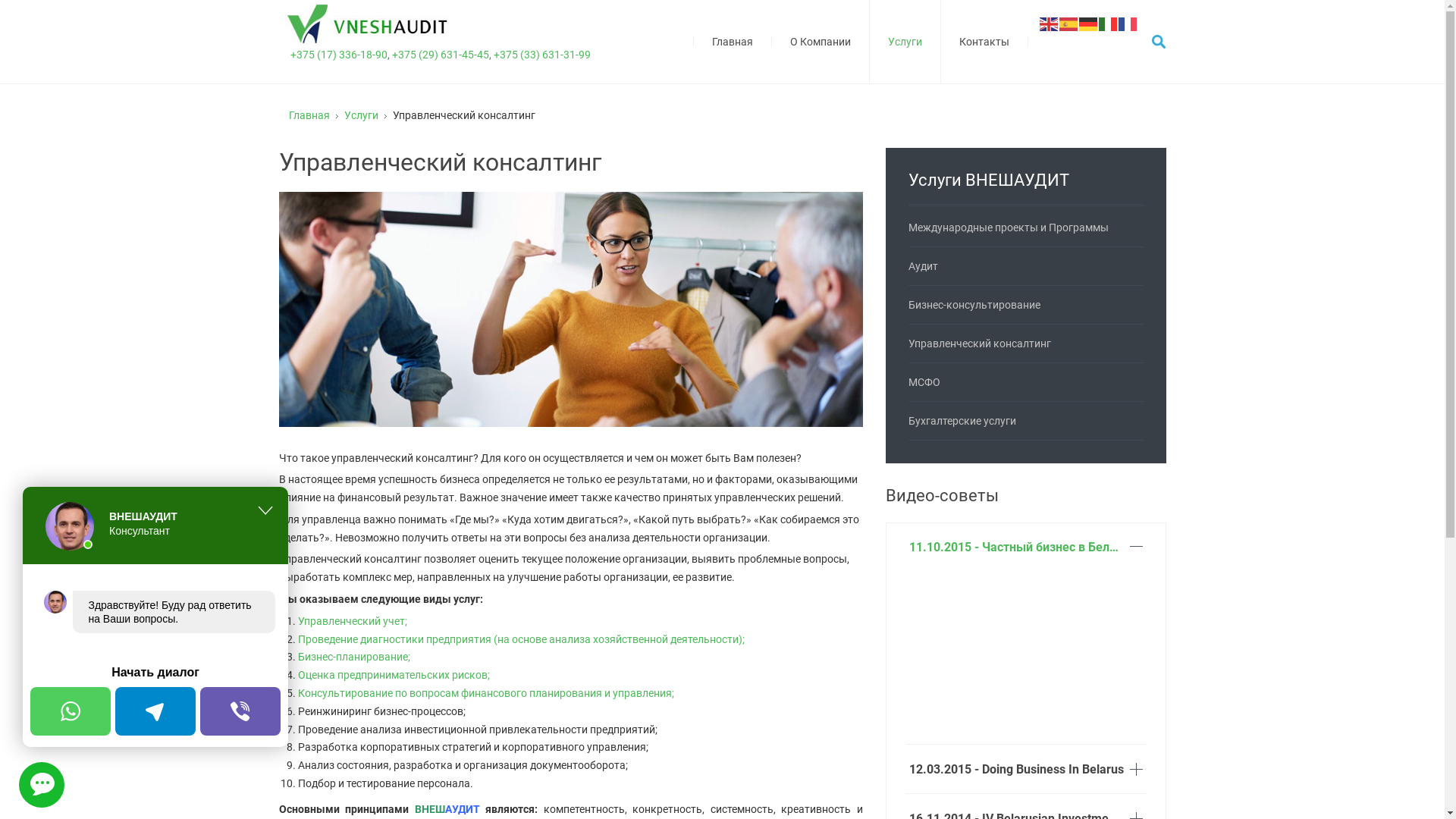 This screenshot has height=819, width=1456. I want to click on 'Telegram', so click(155, 711).